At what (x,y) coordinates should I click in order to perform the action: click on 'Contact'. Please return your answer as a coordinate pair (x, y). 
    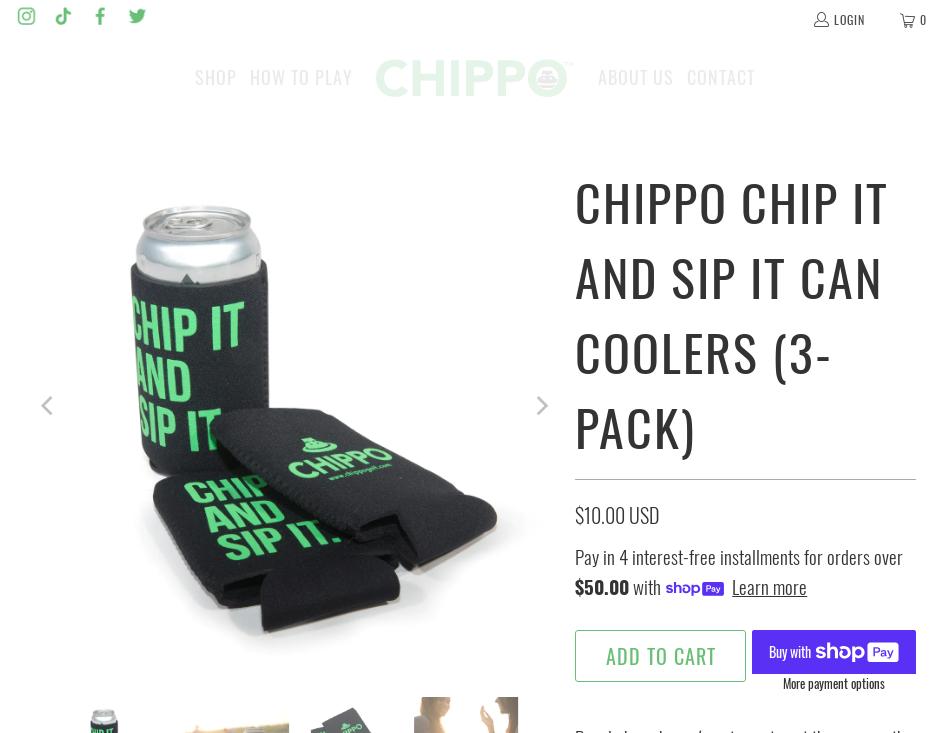
    Looking at the image, I should click on (719, 76).